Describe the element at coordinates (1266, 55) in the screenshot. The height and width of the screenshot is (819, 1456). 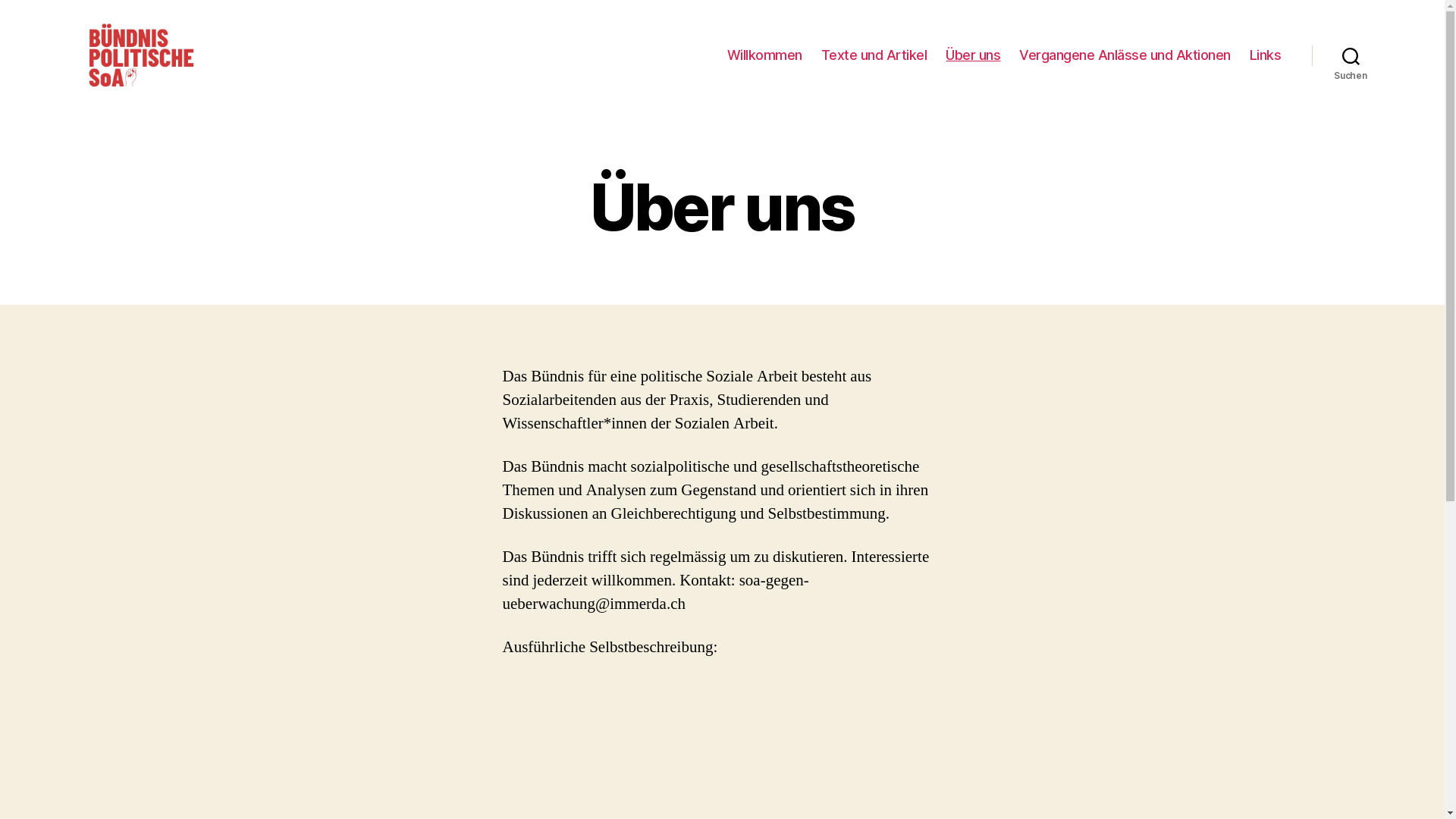
I see `'Links'` at that location.